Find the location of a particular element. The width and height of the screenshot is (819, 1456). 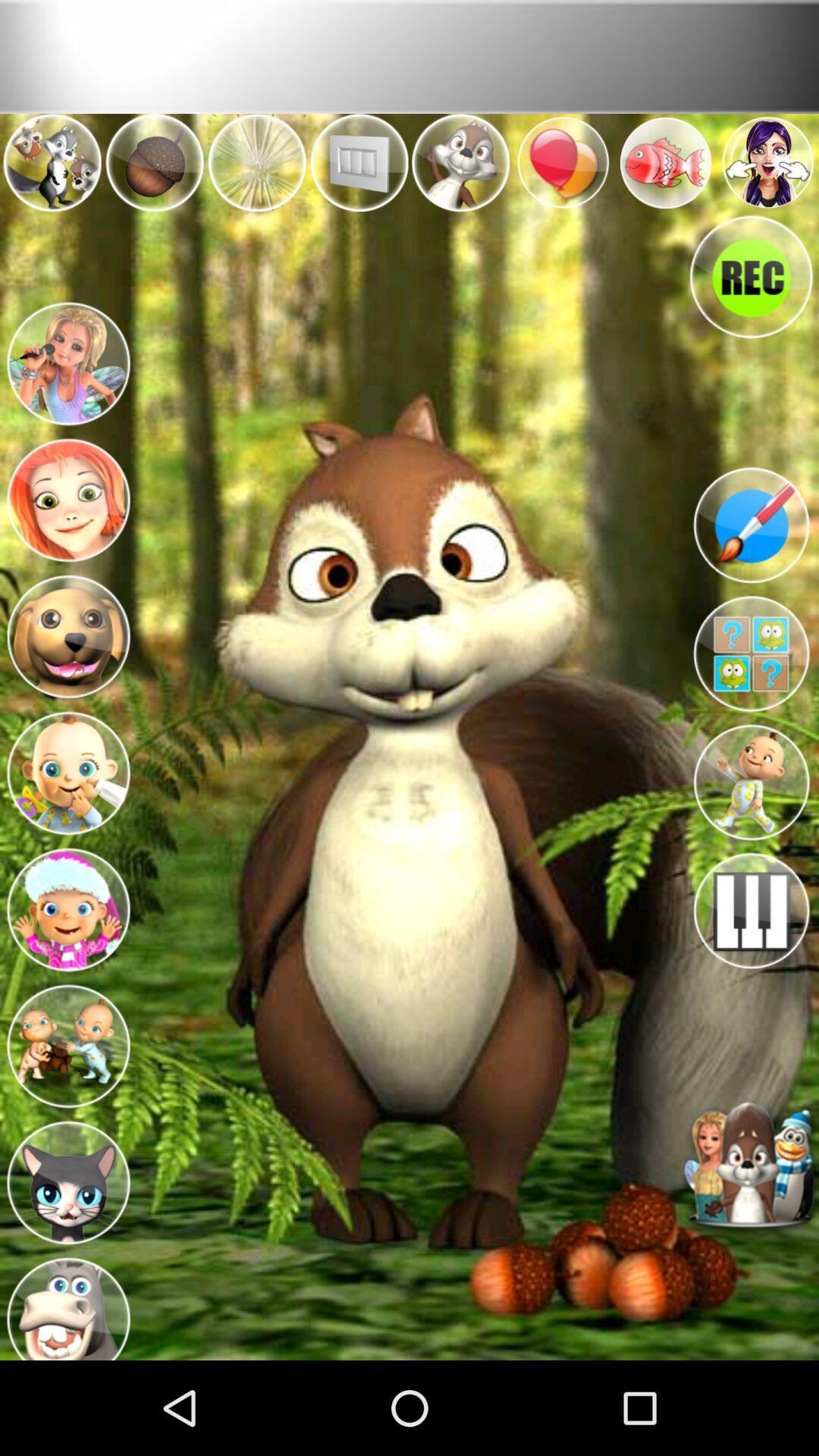

the avatar icon is located at coordinates (67, 822).